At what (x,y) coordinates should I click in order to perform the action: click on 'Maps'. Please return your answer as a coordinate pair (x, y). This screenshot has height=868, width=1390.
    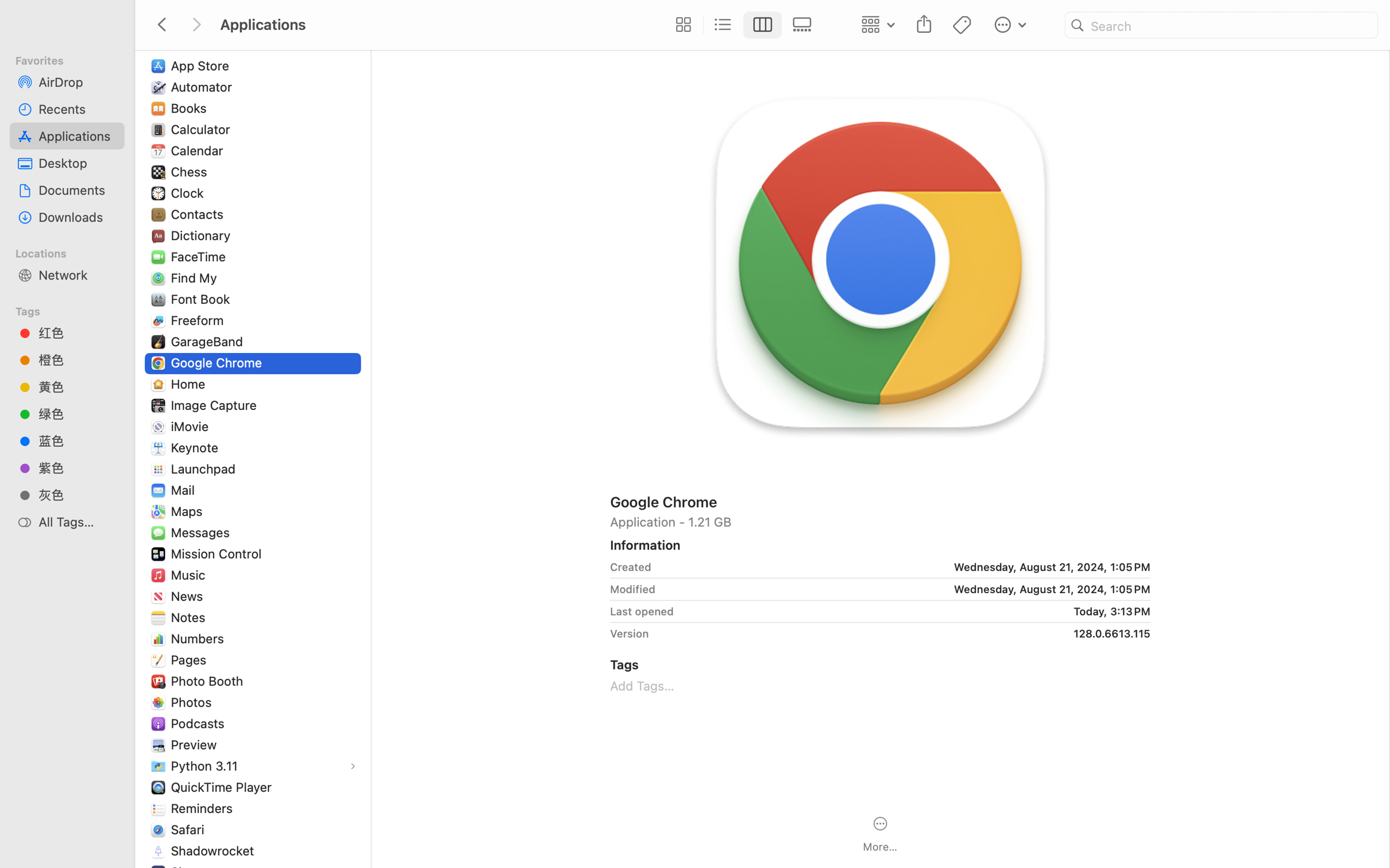
    Looking at the image, I should click on (189, 511).